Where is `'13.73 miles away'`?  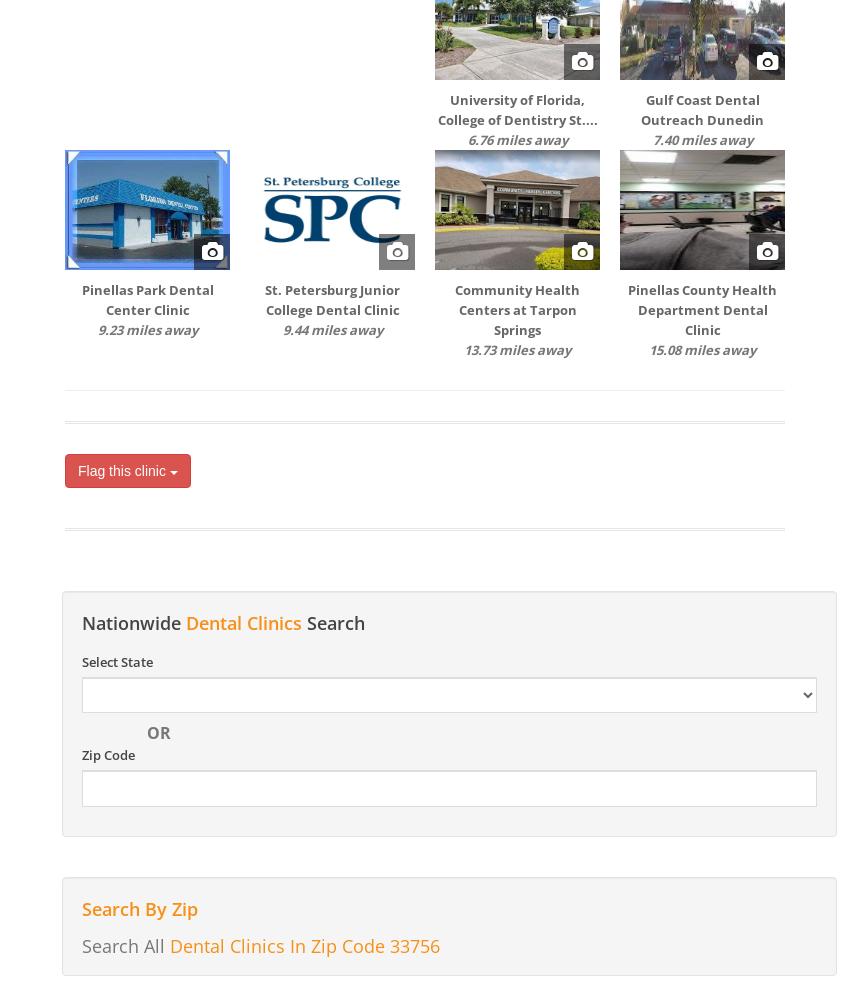 '13.73 miles away' is located at coordinates (516, 350).